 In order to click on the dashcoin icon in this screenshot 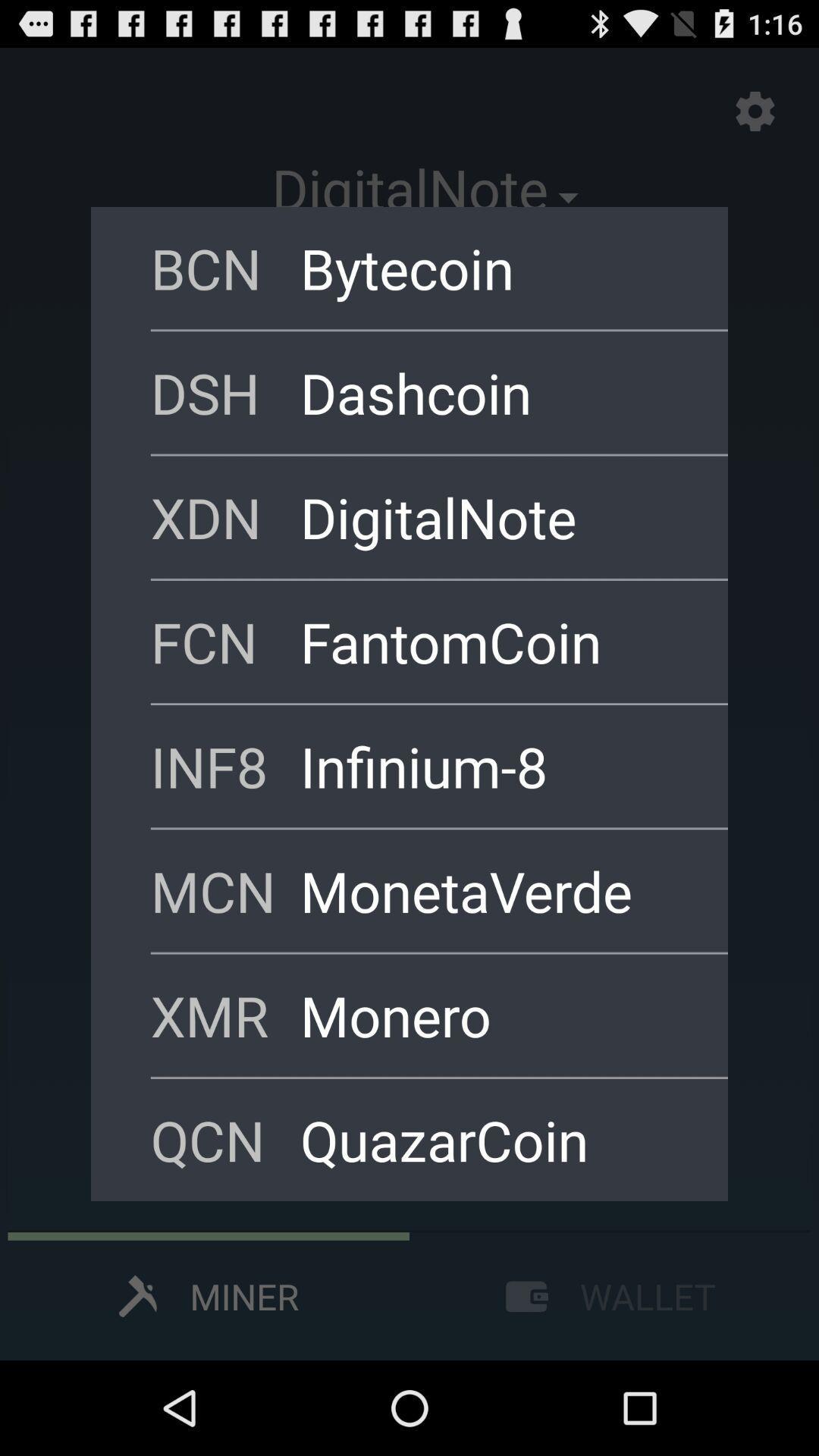, I will do `click(494, 392)`.